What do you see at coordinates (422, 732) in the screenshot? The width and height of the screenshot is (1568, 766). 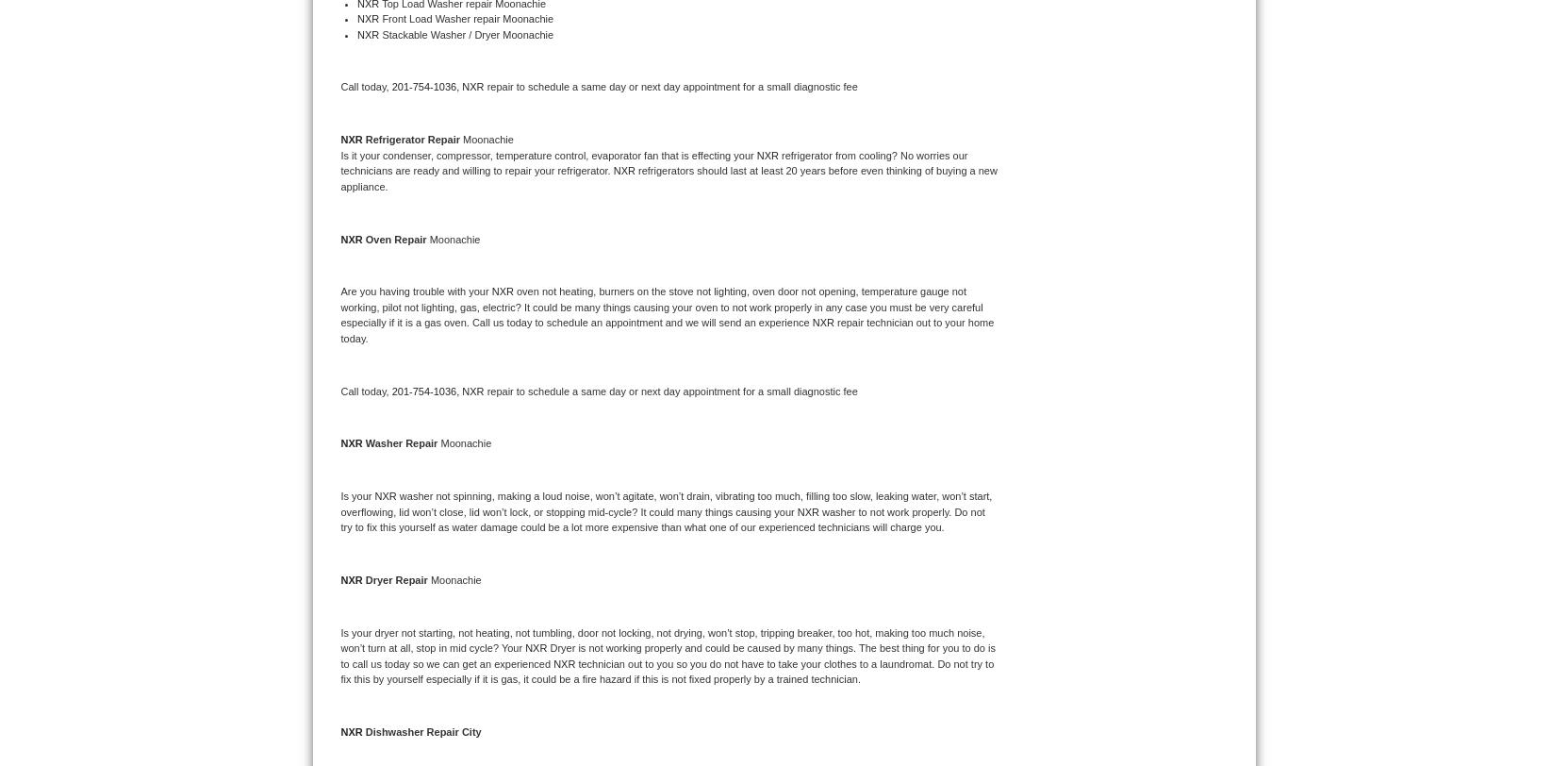 I see `'Dishwasher Repair City'` at bounding box center [422, 732].